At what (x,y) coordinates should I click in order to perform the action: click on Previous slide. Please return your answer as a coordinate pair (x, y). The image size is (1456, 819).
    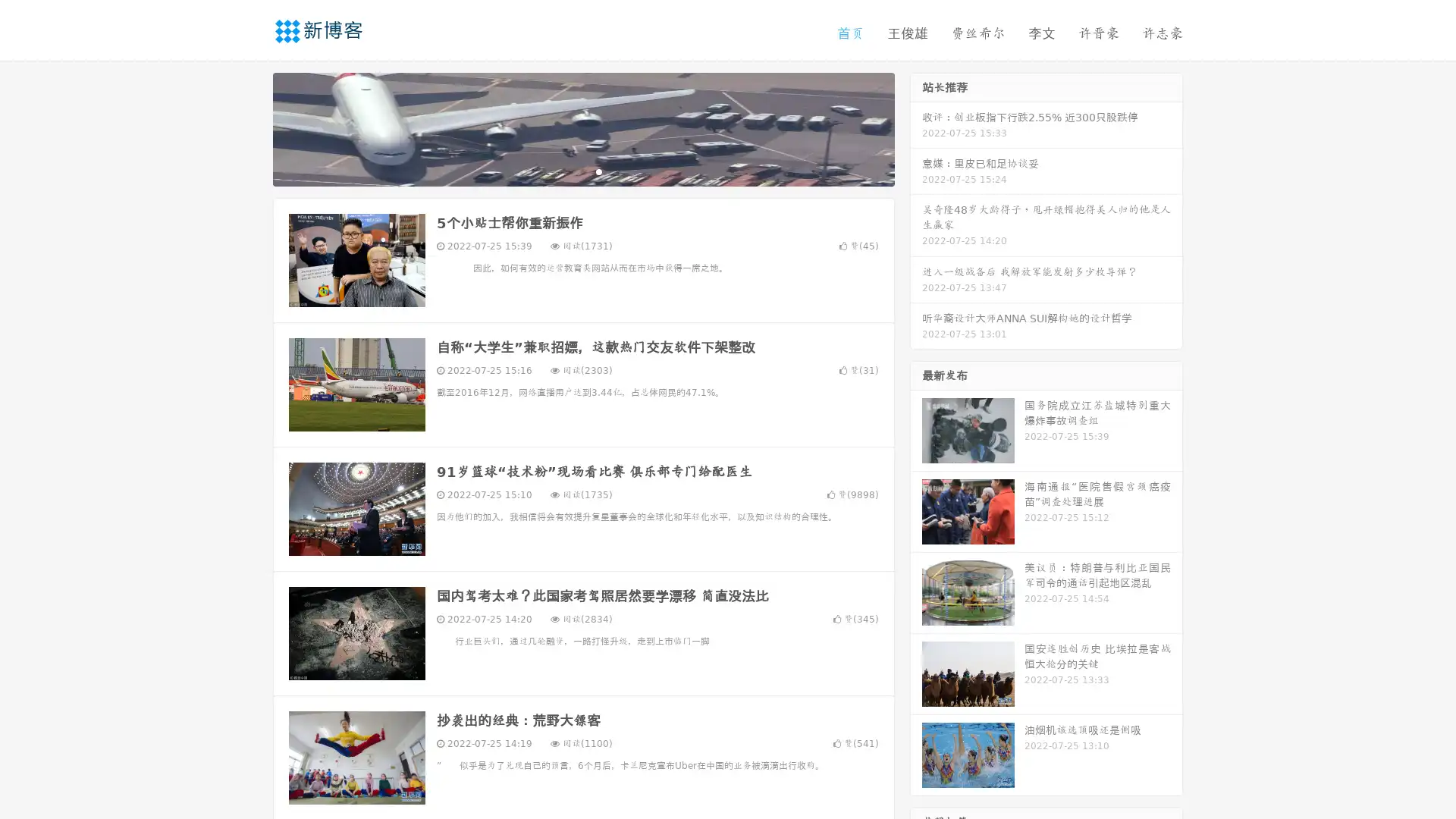
    Looking at the image, I should click on (250, 127).